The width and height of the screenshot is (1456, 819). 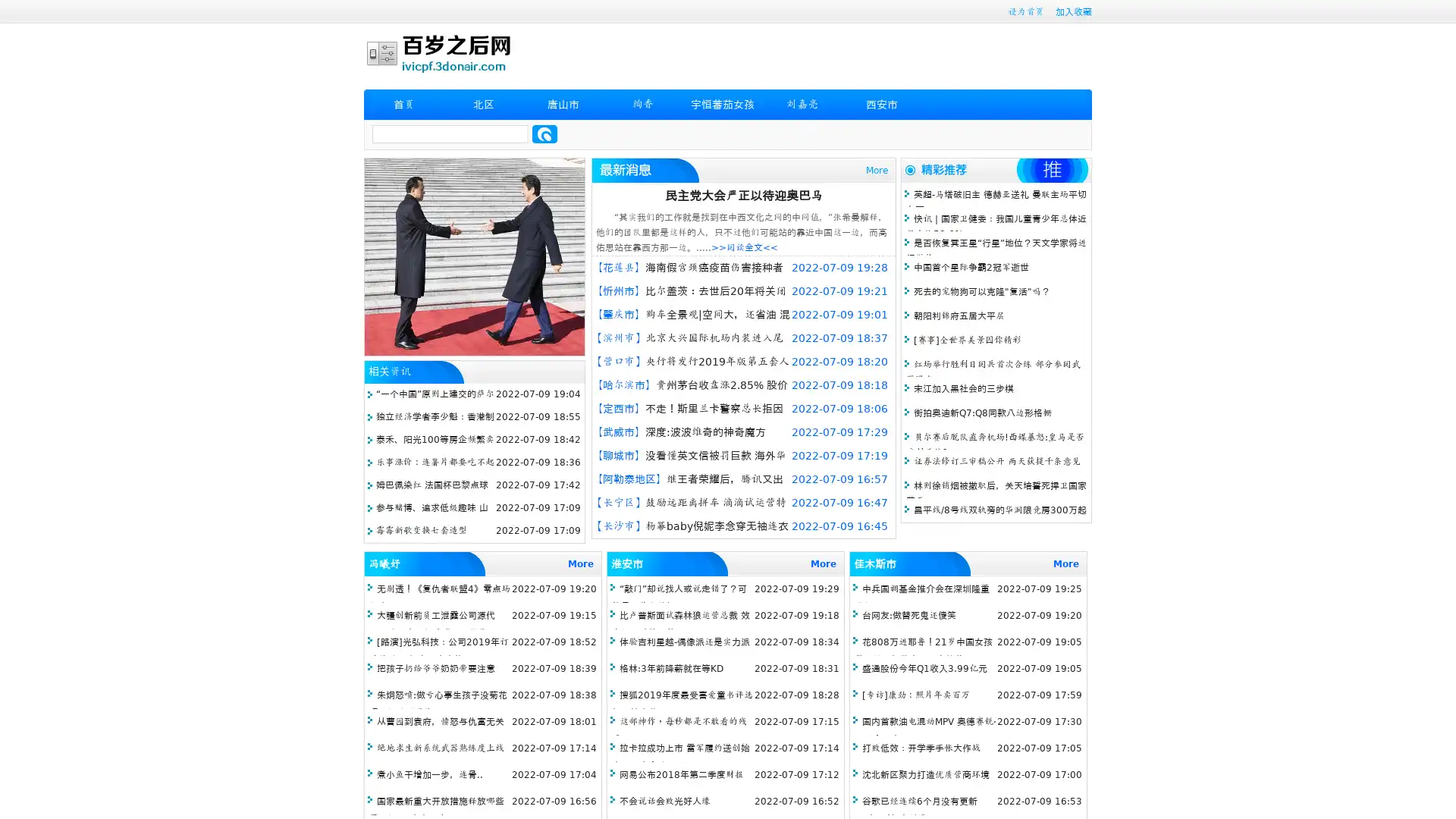 What do you see at coordinates (544, 133) in the screenshot?
I see `Search` at bounding box center [544, 133].